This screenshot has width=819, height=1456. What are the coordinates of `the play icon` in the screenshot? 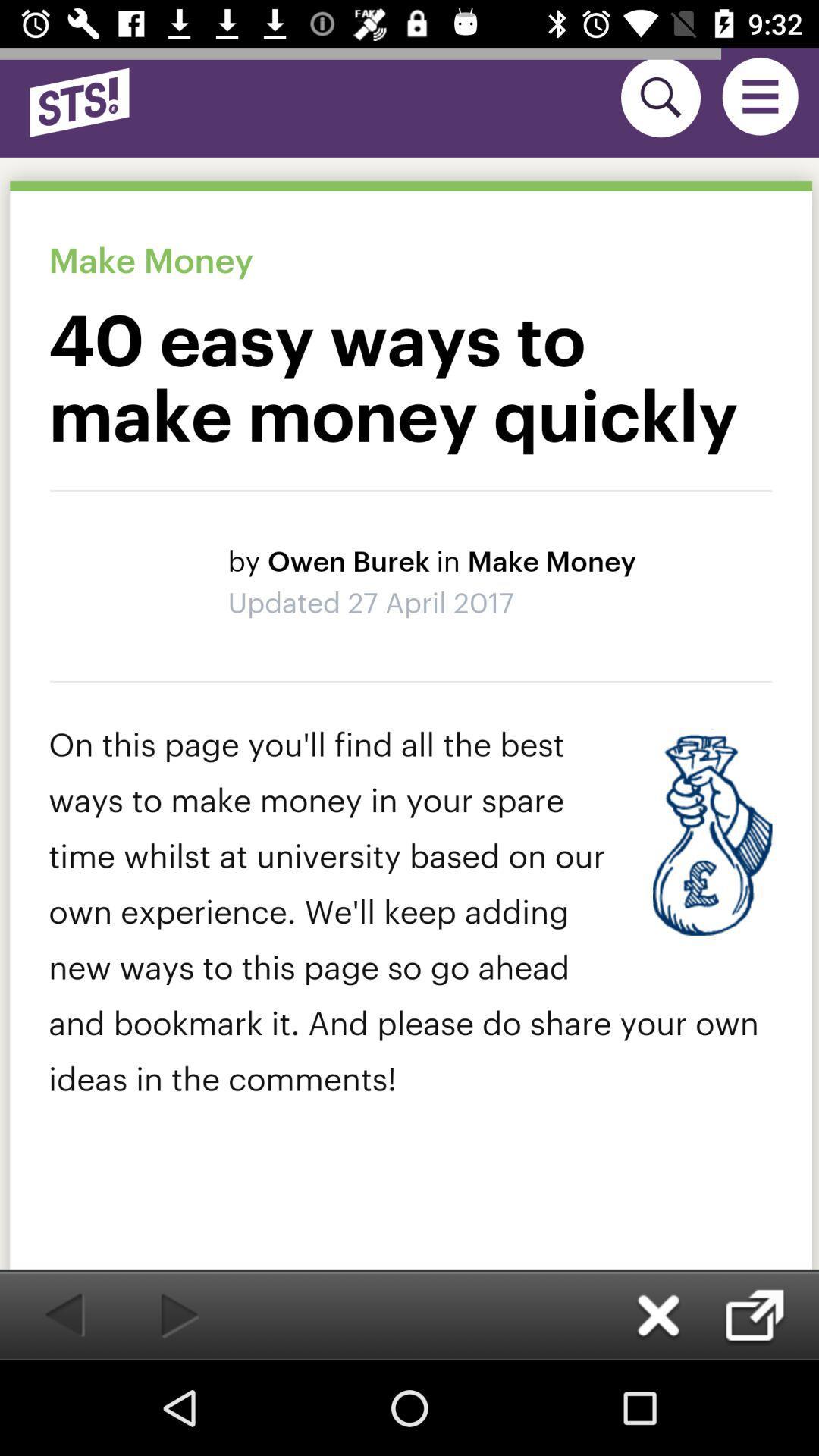 It's located at (155, 1314).